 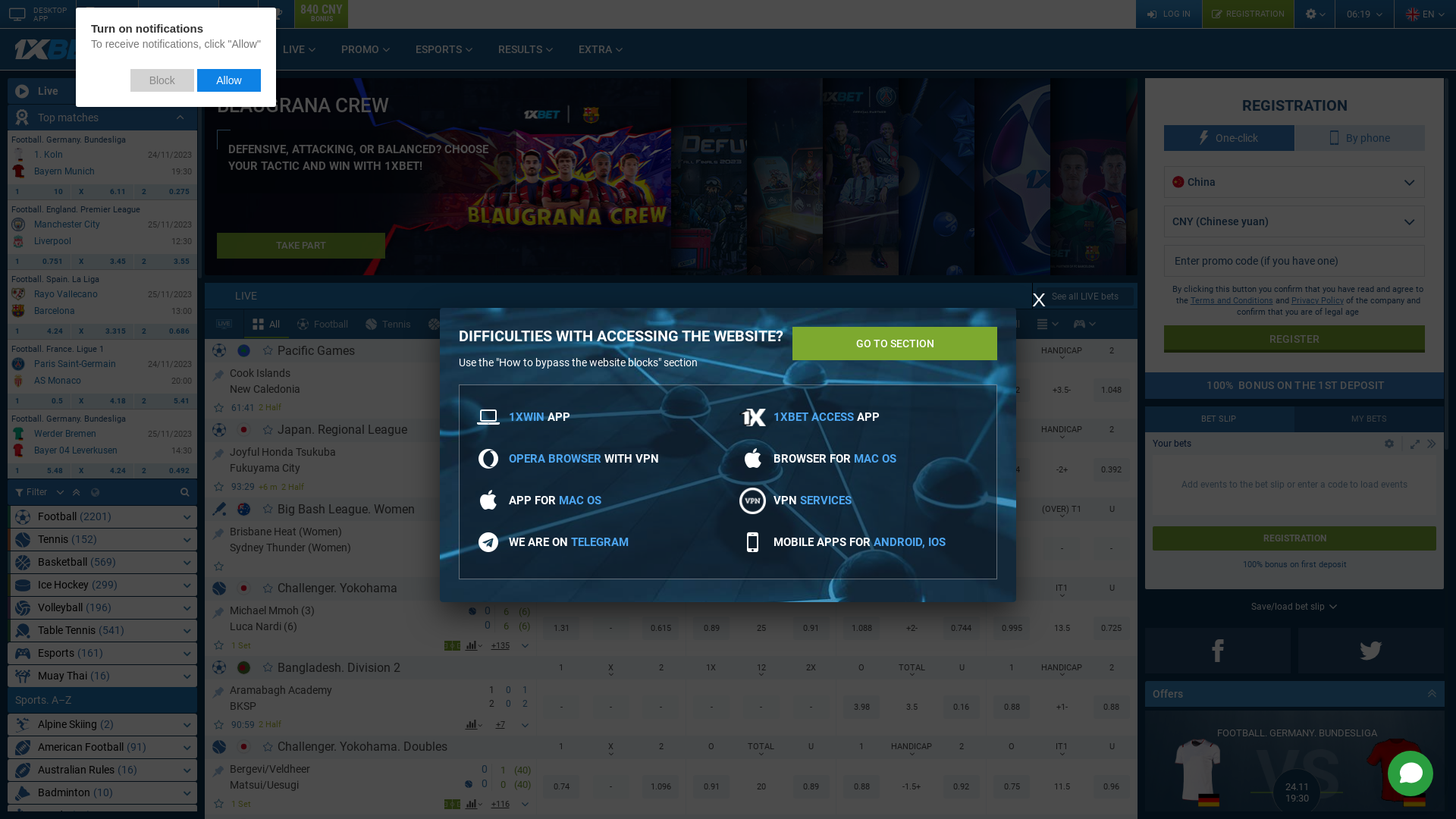 What do you see at coordinates (101, 746) in the screenshot?
I see `'American Football` at bounding box center [101, 746].